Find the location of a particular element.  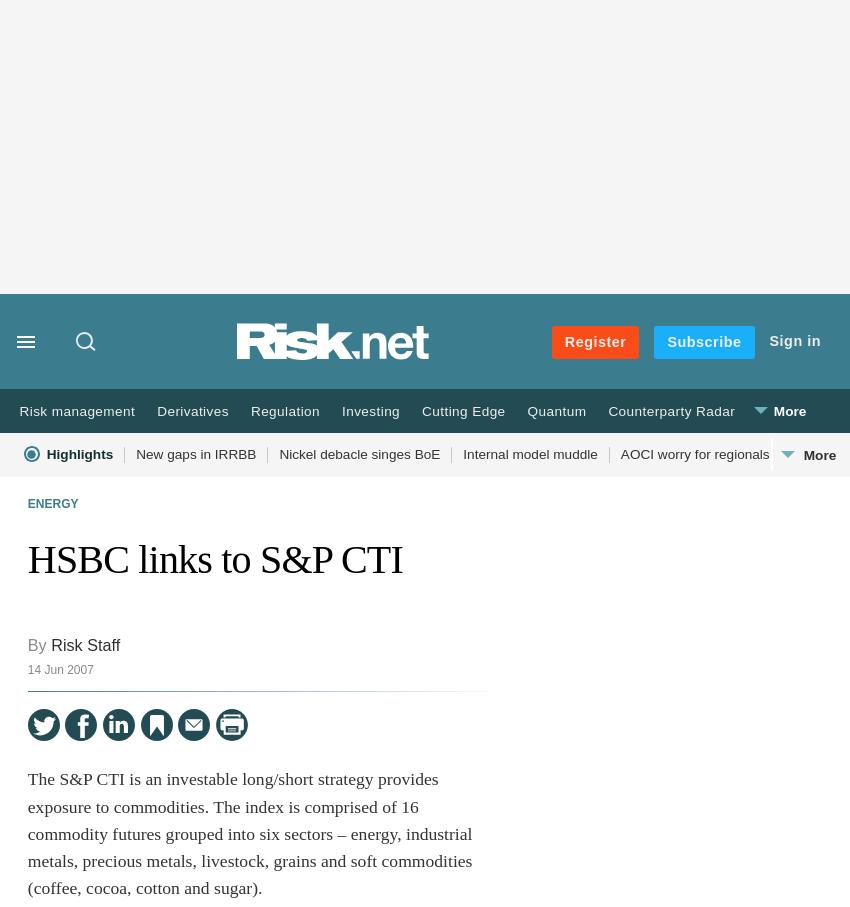

'Nickel debacle singes BoE' is located at coordinates (358, 454).